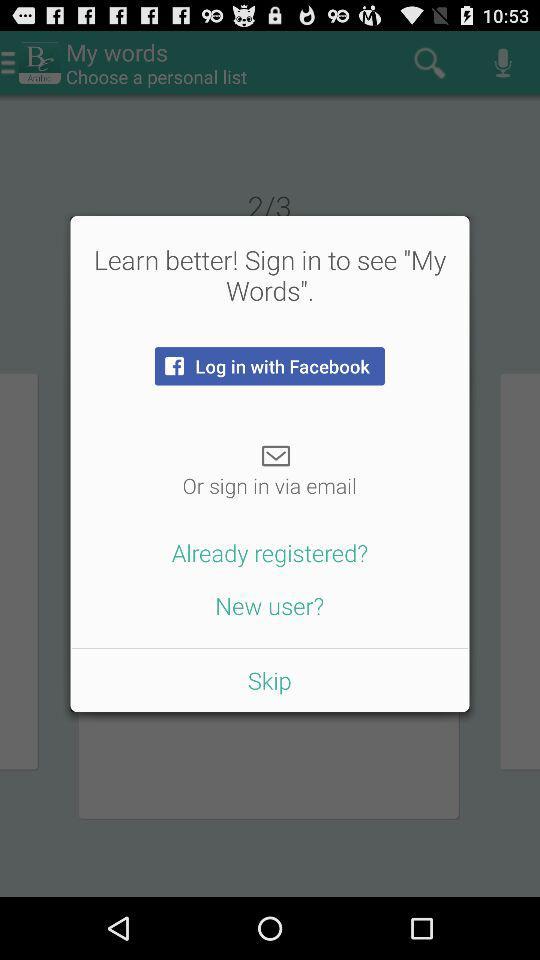 The image size is (540, 960). What do you see at coordinates (270, 552) in the screenshot?
I see `the already registered? button` at bounding box center [270, 552].